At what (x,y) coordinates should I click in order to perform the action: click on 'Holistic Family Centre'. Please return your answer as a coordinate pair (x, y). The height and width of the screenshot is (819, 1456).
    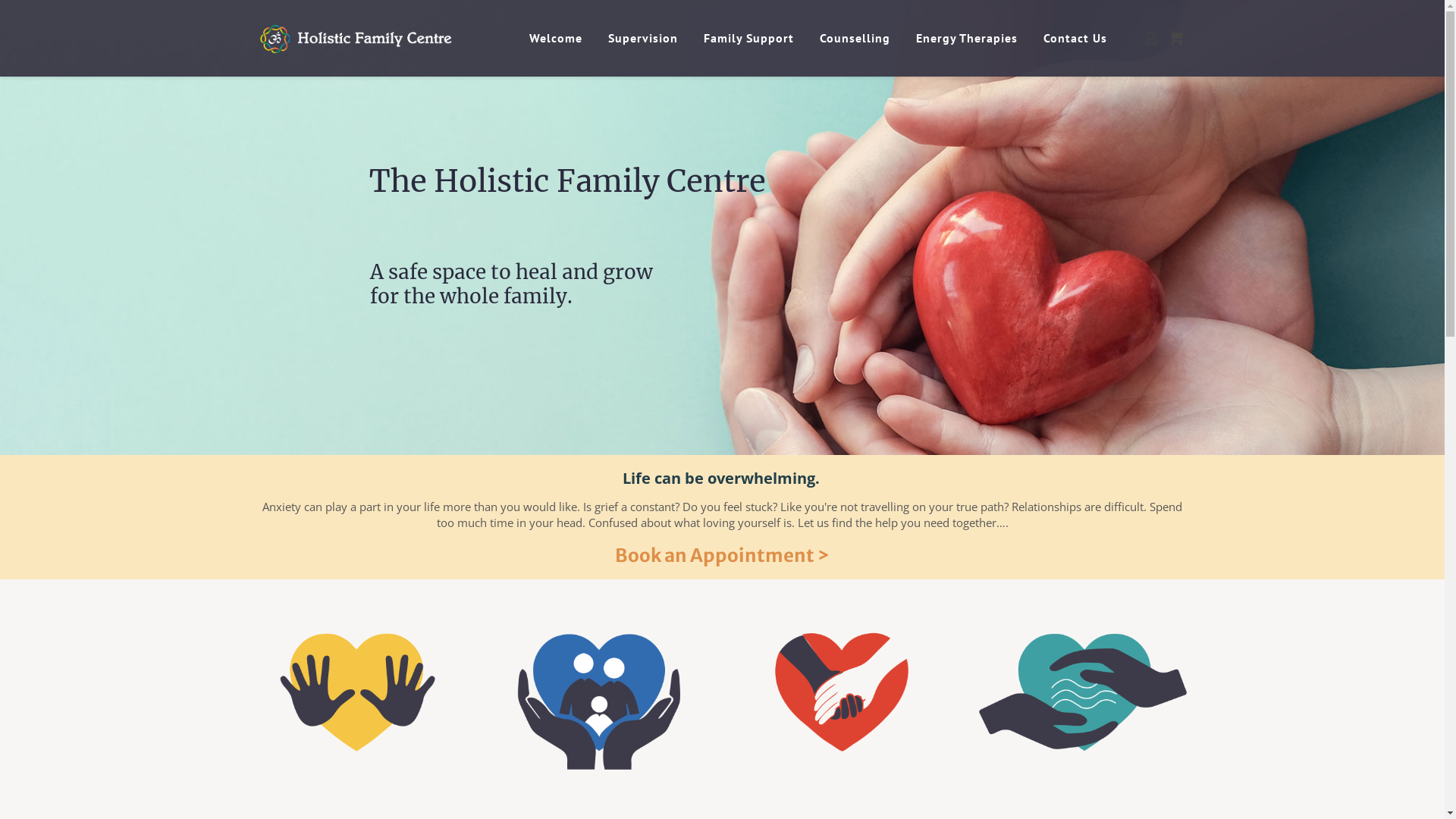
    Looking at the image, I should click on (381, 37).